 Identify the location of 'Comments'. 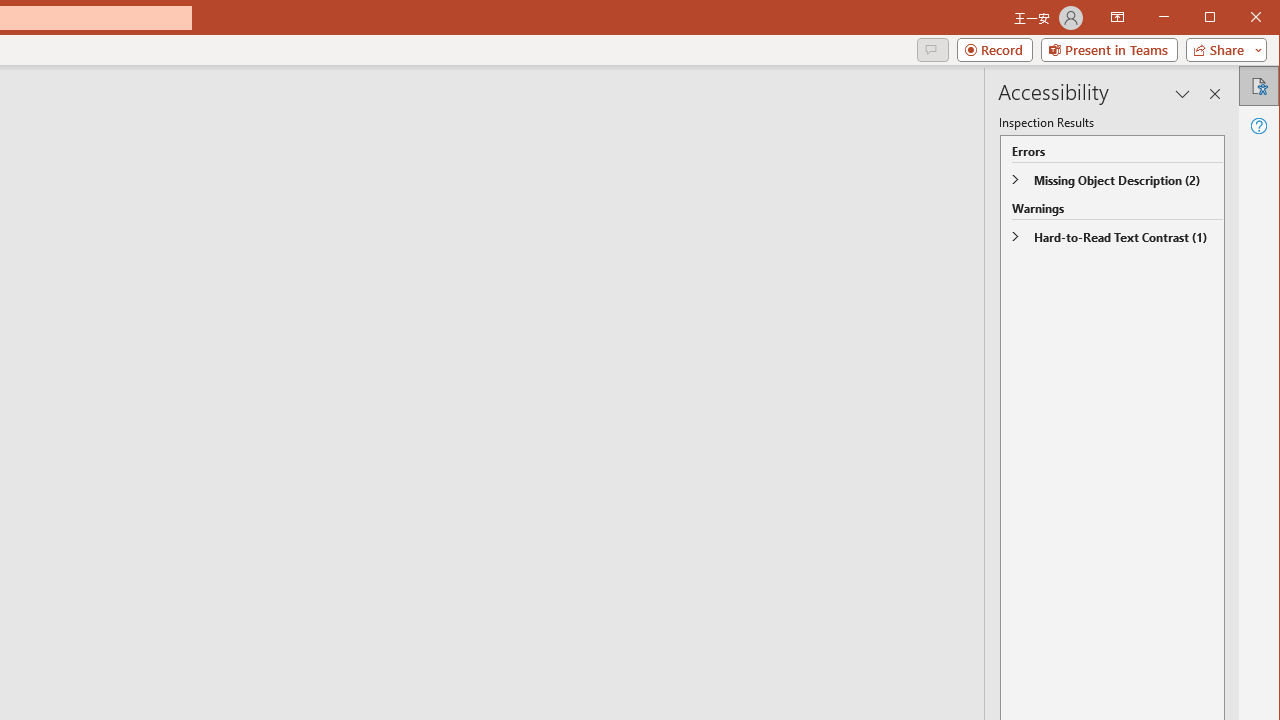
(931, 49).